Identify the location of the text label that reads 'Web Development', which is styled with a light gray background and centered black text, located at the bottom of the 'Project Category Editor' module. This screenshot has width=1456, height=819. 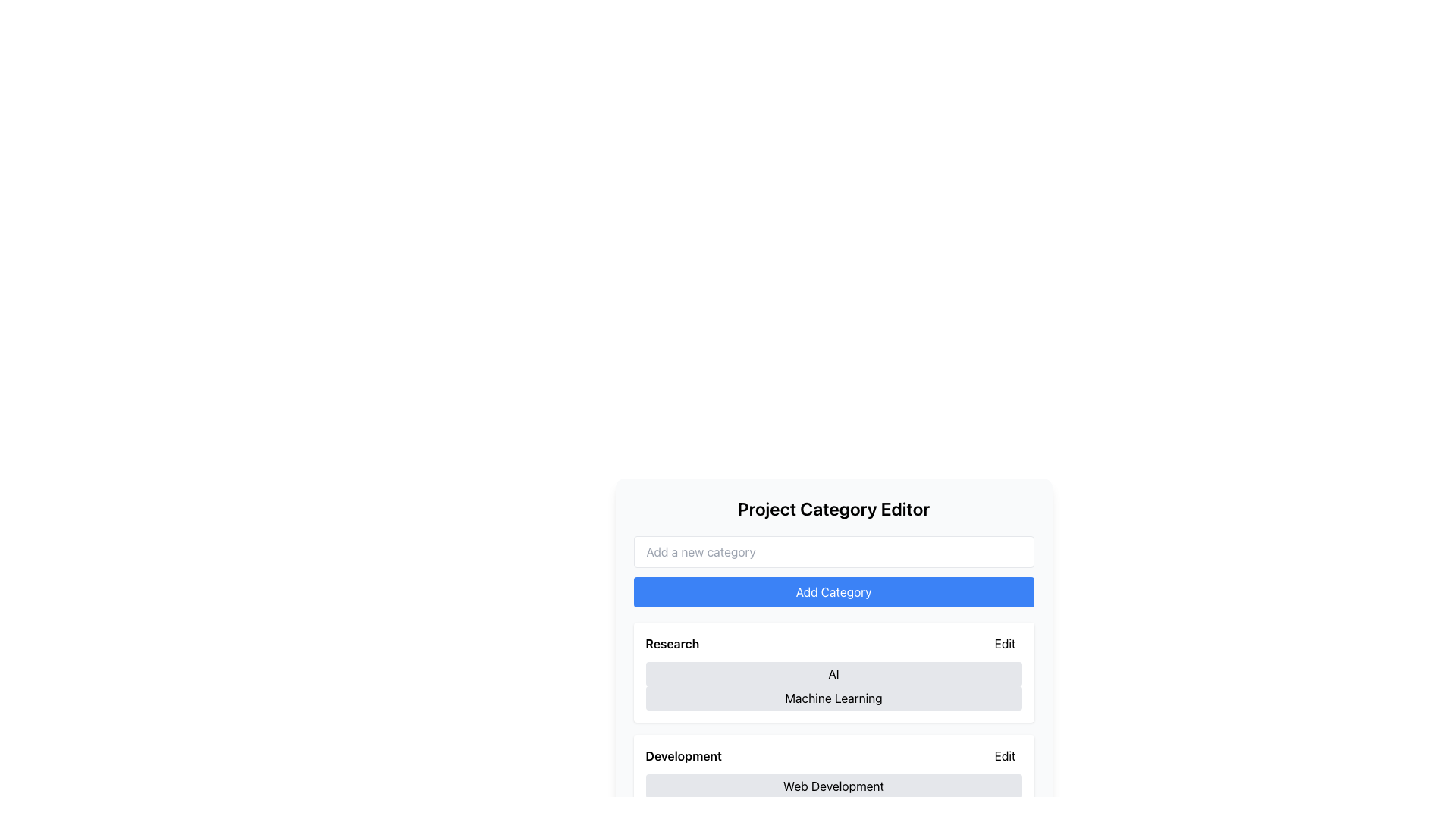
(833, 786).